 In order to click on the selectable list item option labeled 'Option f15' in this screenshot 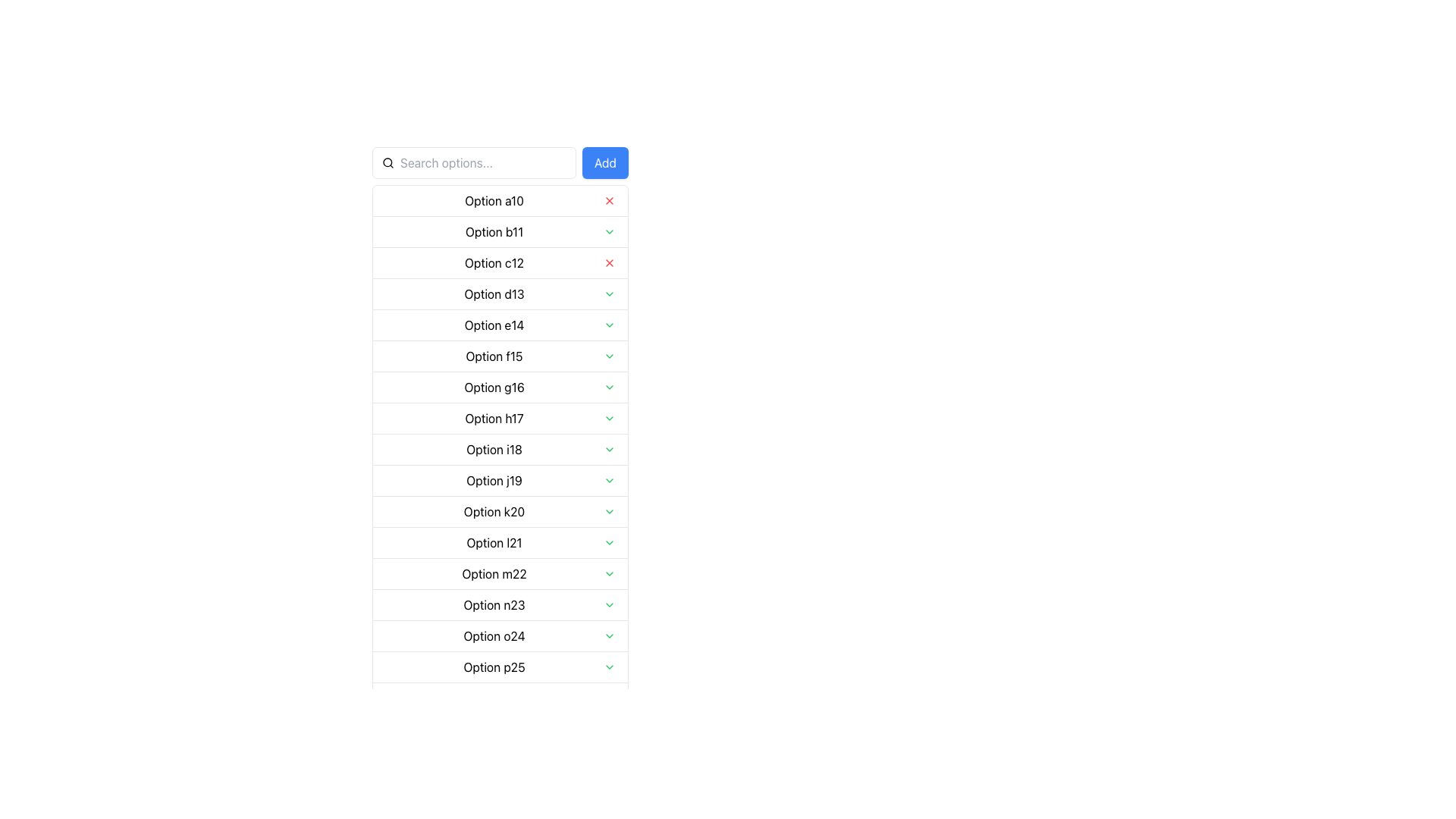, I will do `click(500, 356)`.